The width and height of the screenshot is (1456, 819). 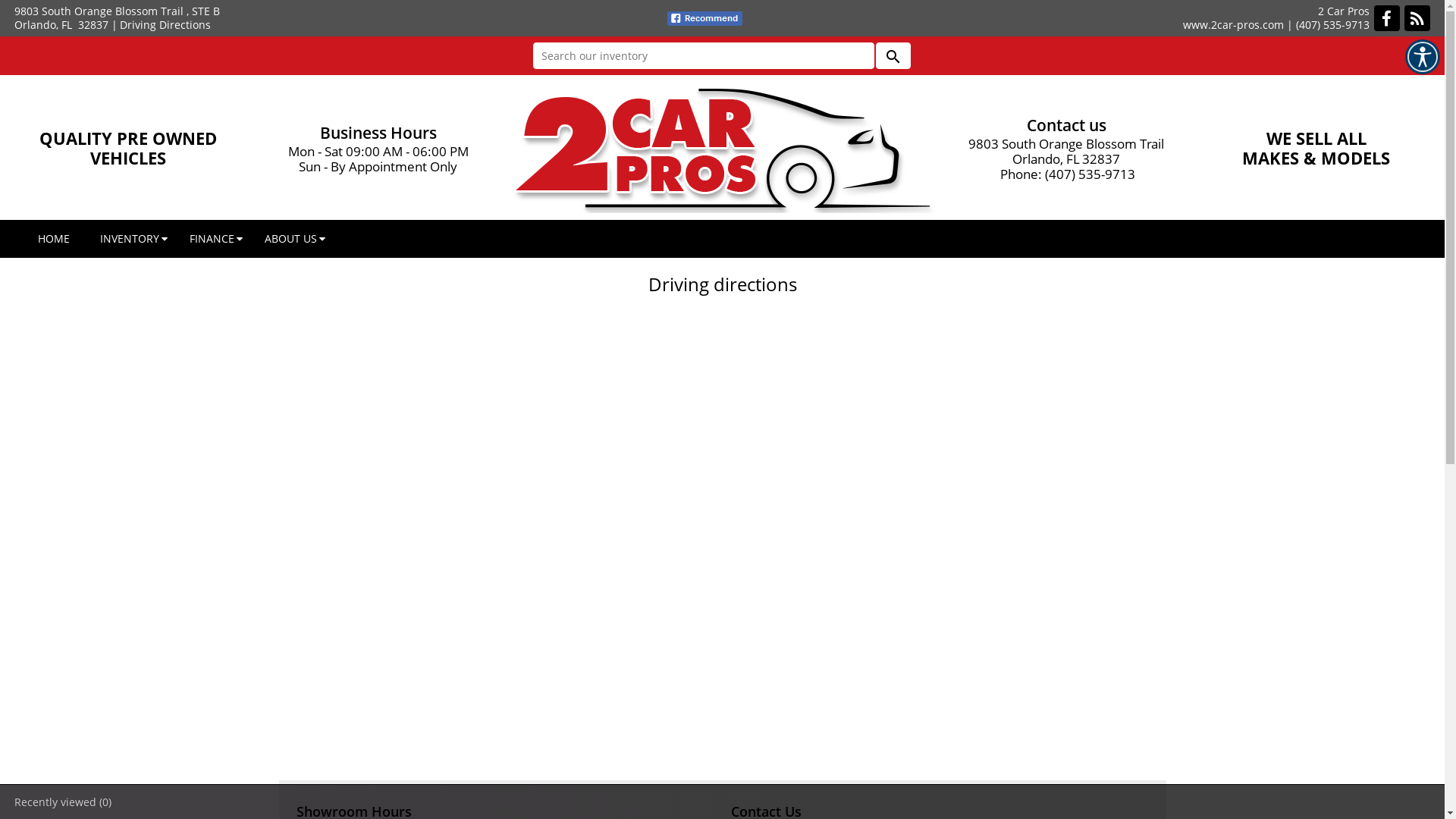 What do you see at coordinates (211, 239) in the screenshot?
I see `'FINANCE'` at bounding box center [211, 239].